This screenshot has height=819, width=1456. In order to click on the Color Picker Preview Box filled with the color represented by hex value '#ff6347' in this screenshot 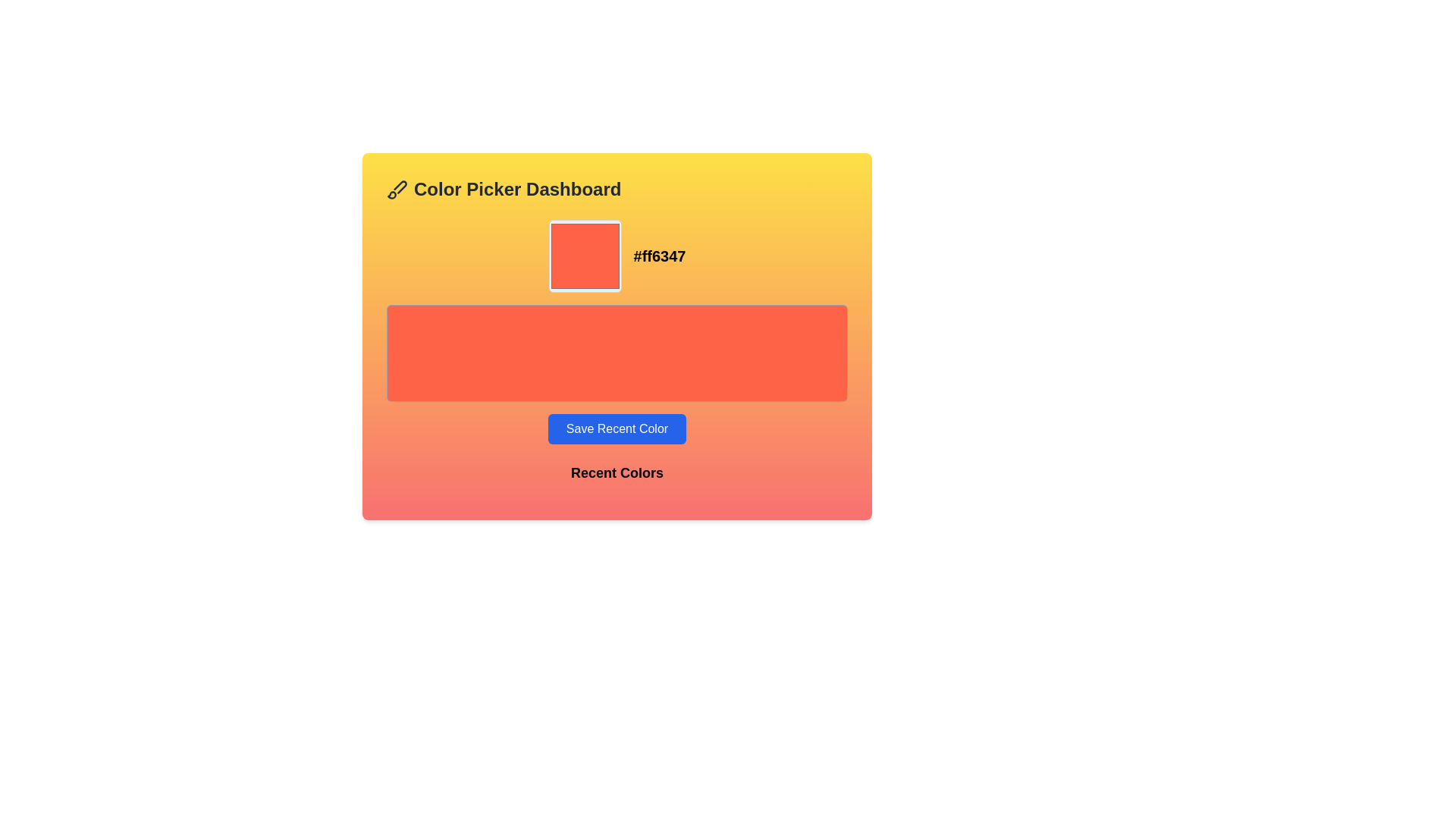, I will do `click(584, 256)`.